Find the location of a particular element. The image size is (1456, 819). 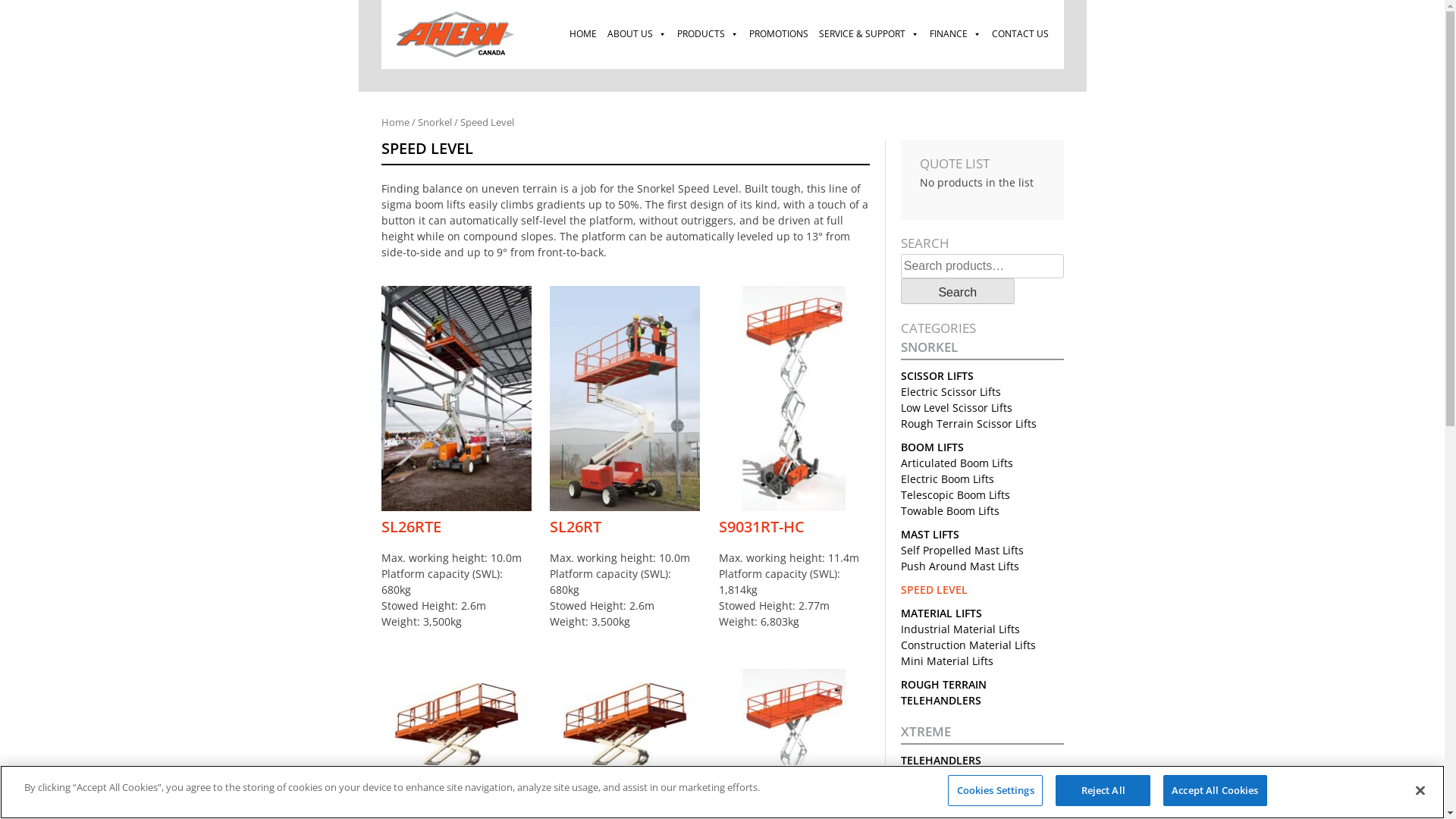

'HOME' is located at coordinates (582, 34).